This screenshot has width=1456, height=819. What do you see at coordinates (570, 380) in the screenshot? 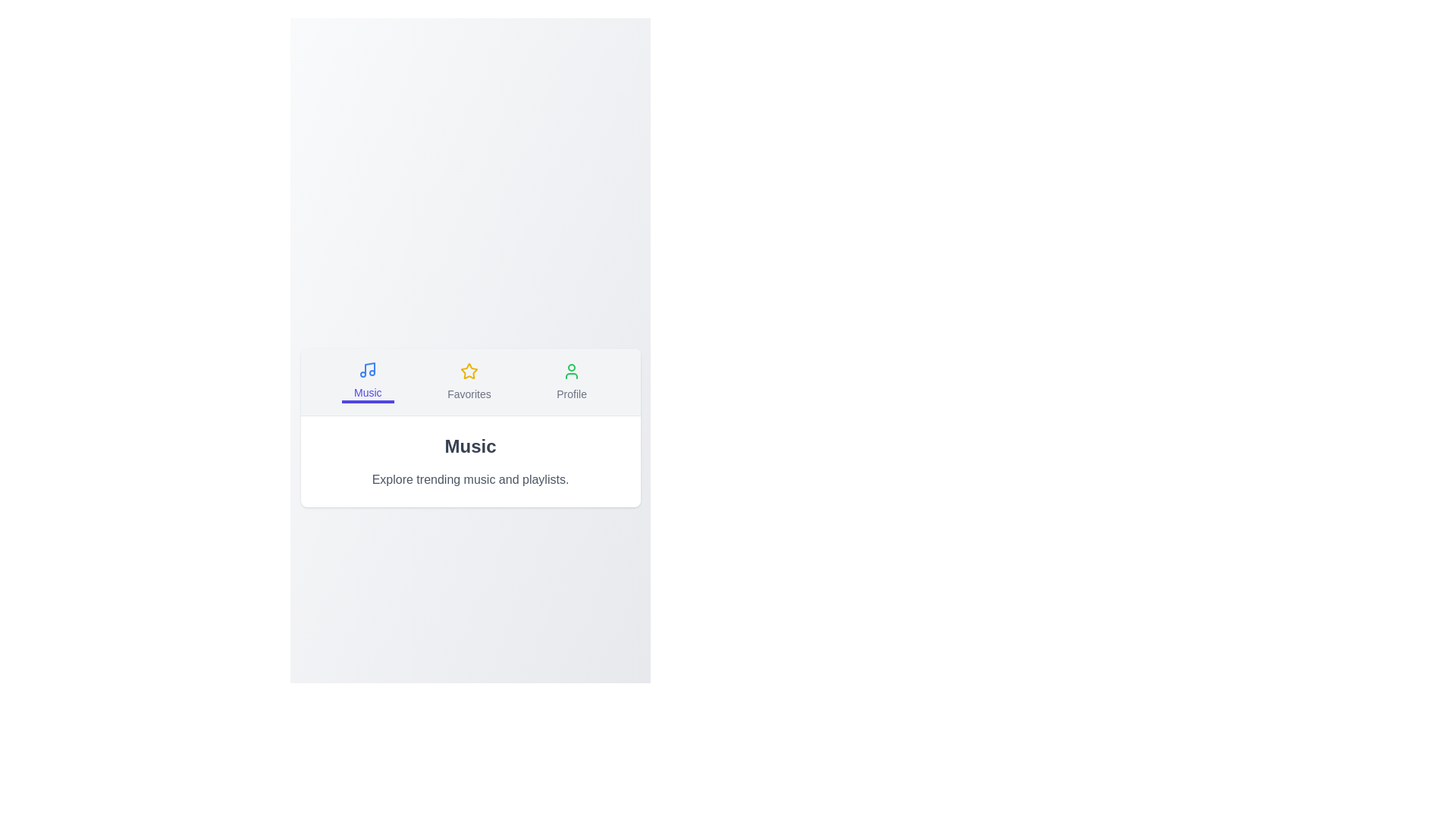
I see `the Profile tab by clicking its button` at bounding box center [570, 380].